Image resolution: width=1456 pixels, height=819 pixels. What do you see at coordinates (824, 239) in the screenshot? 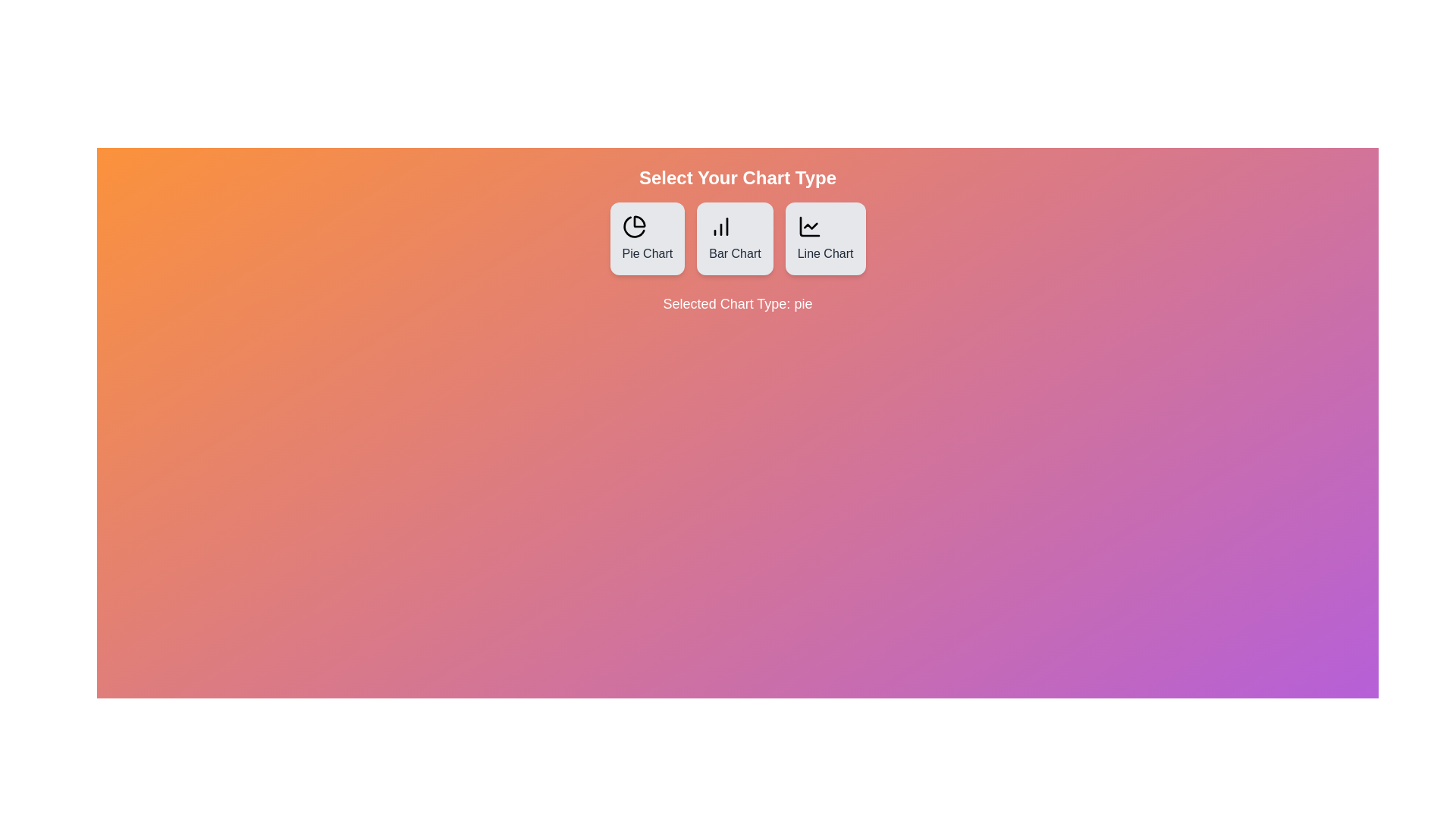
I see `the Line Chart button to observe the hover effect` at bounding box center [824, 239].